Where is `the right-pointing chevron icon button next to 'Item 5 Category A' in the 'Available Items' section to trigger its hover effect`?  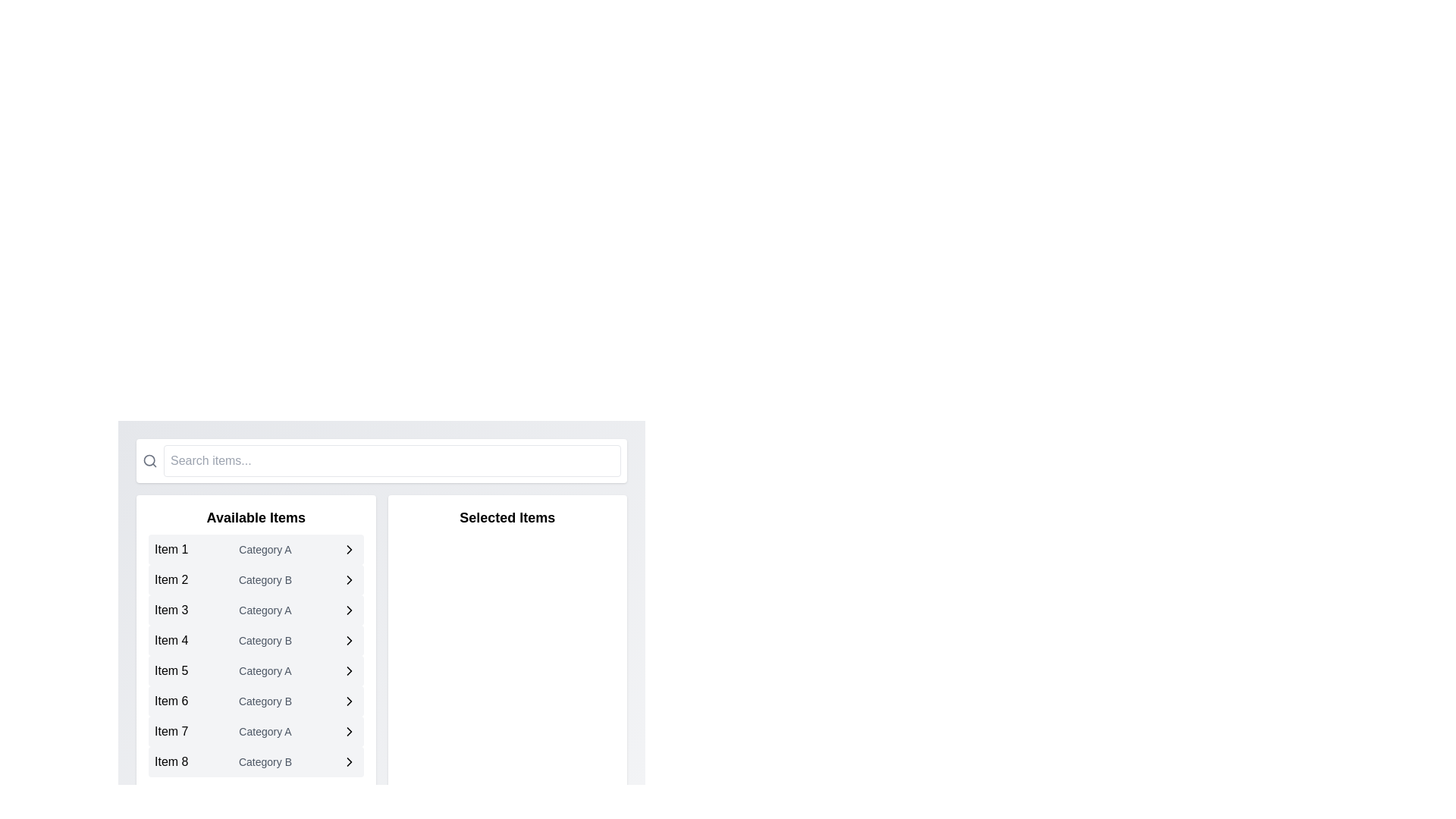
the right-pointing chevron icon button next to 'Item 5 Category A' in the 'Available Items' section to trigger its hover effect is located at coordinates (349, 670).